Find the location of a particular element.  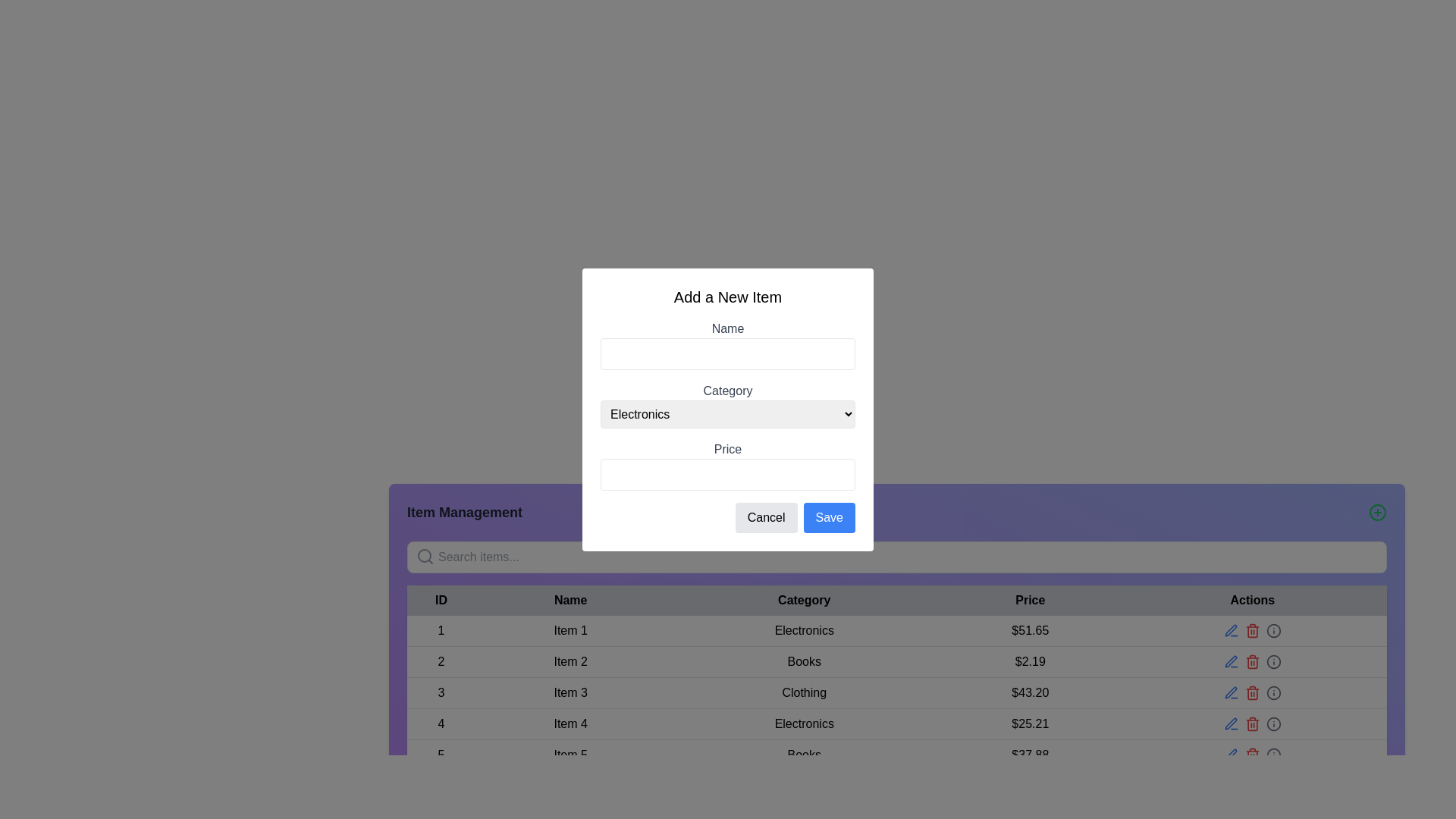

the delete icon in the action column of the item management table is located at coordinates (1252, 632).